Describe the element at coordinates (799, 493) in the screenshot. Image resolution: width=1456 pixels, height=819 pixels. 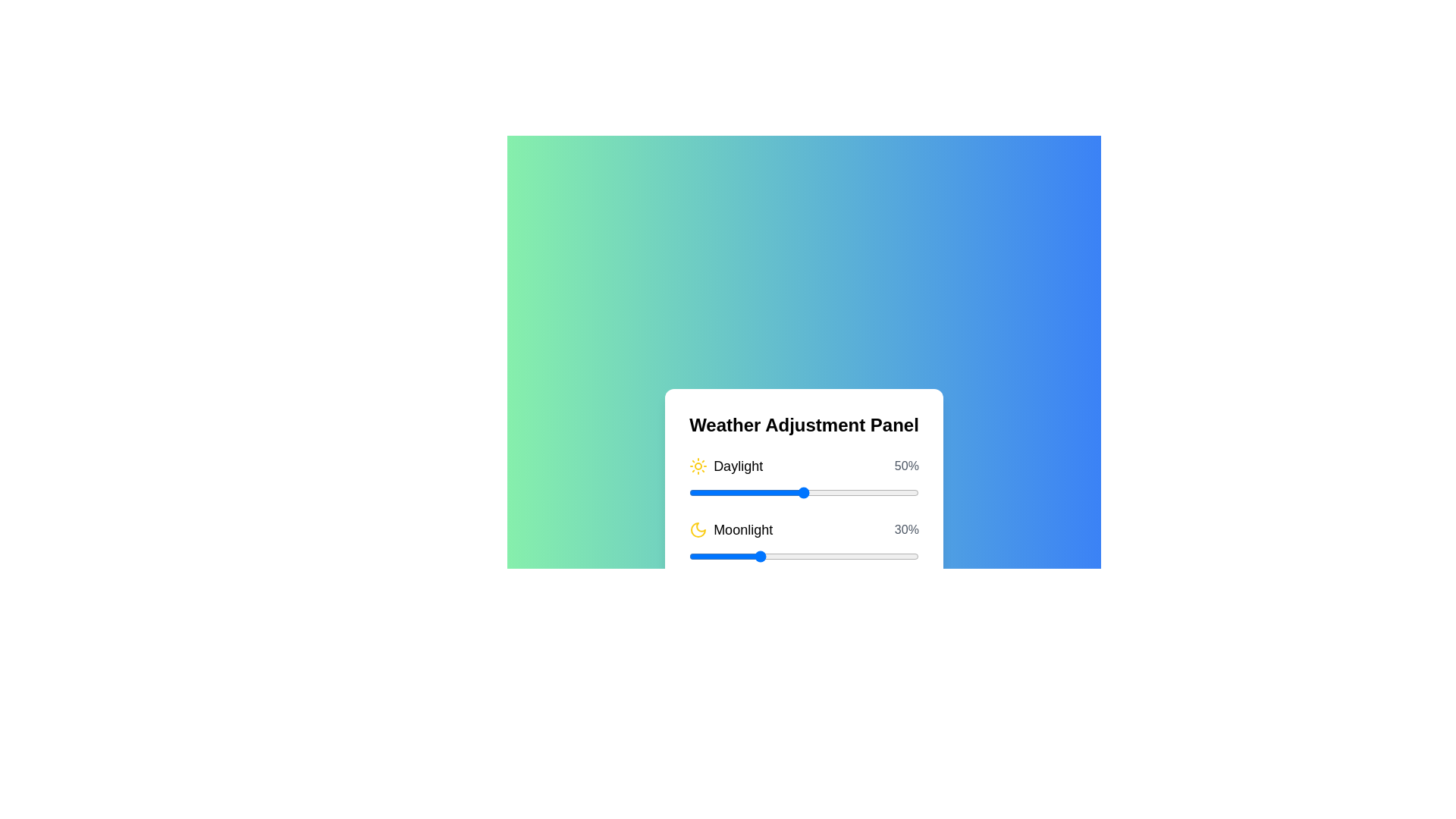
I see `the Daylight slider to 48%` at that location.